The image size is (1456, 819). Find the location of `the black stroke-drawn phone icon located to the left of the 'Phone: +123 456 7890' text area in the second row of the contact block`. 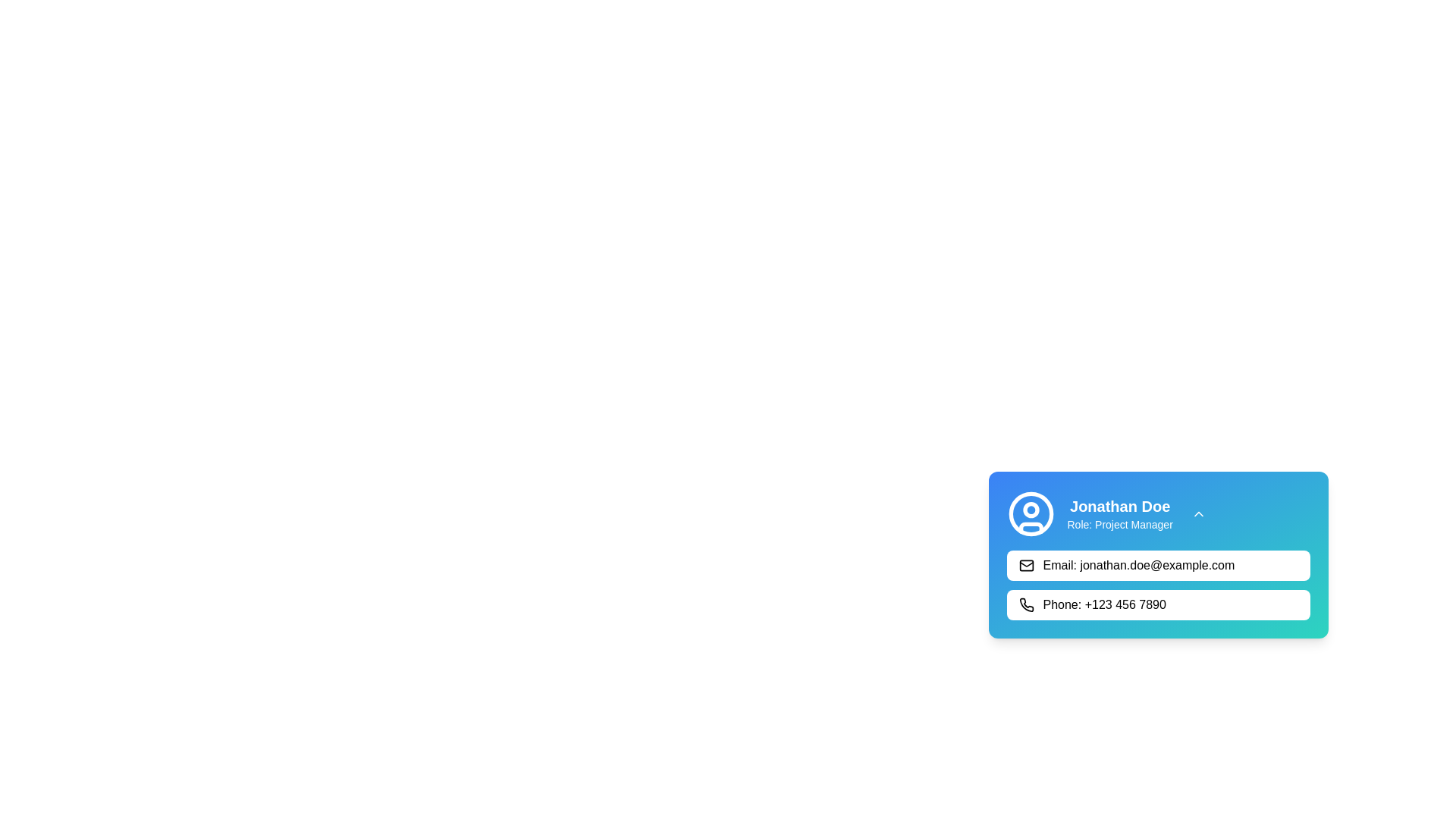

the black stroke-drawn phone icon located to the left of the 'Phone: +123 456 7890' text area in the second row of the contact block is located at coordinates (1026, 604).